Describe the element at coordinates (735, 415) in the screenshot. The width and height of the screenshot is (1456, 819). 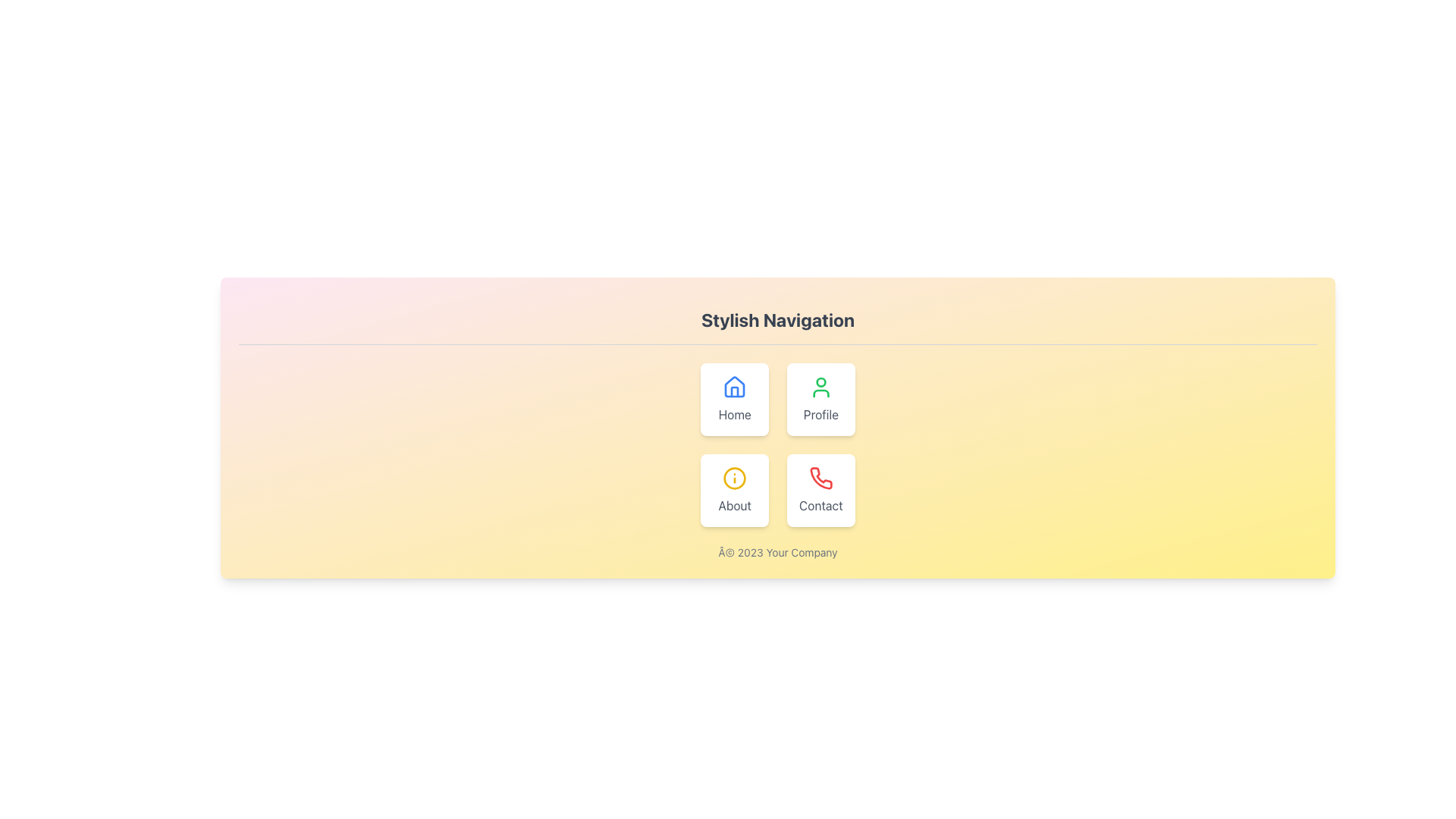
I see `the 'Home' label located inside a white card, positioned below the blue house icon in a 2x2 grid layout` at that location.